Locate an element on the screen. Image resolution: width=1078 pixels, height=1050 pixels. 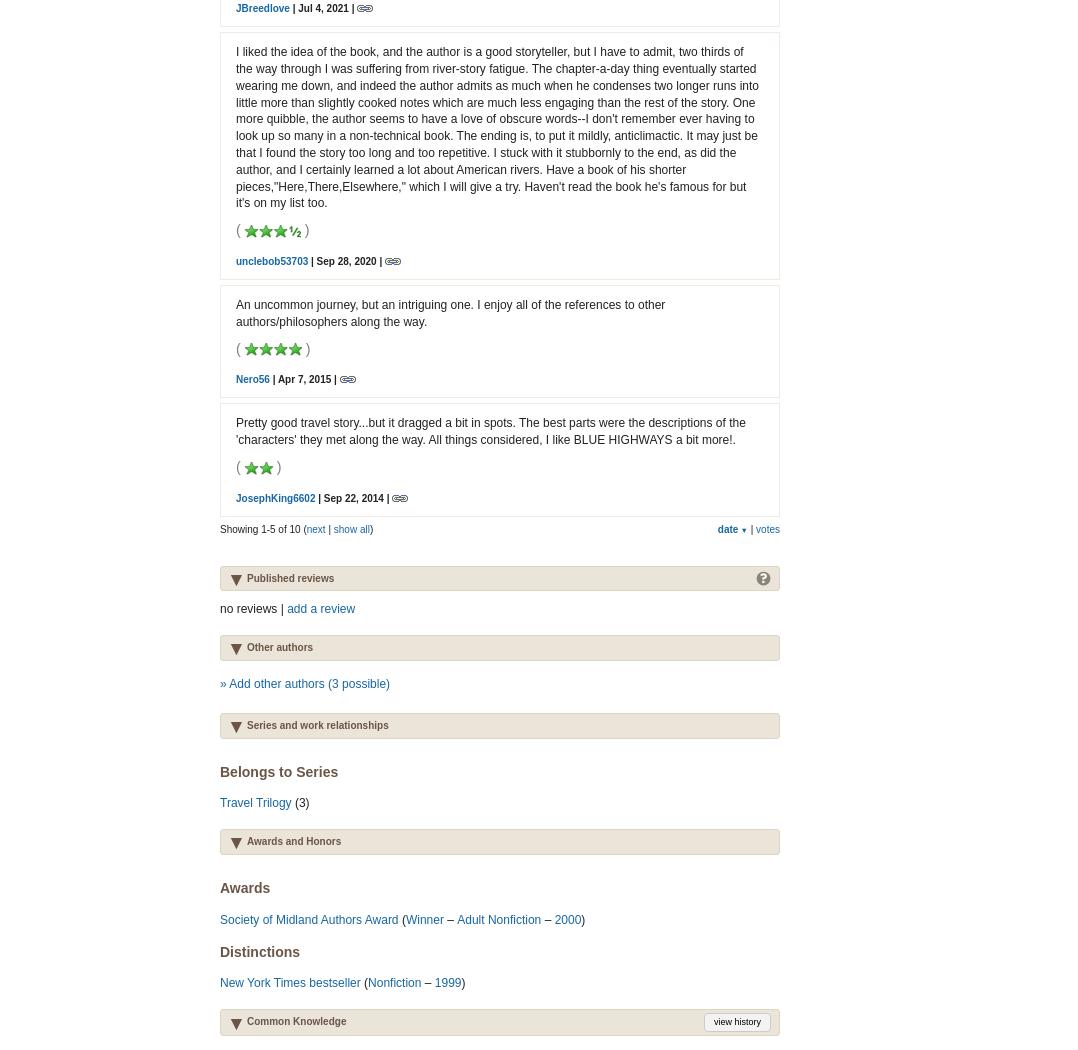
'votes' is located at coordinates (767, 528).